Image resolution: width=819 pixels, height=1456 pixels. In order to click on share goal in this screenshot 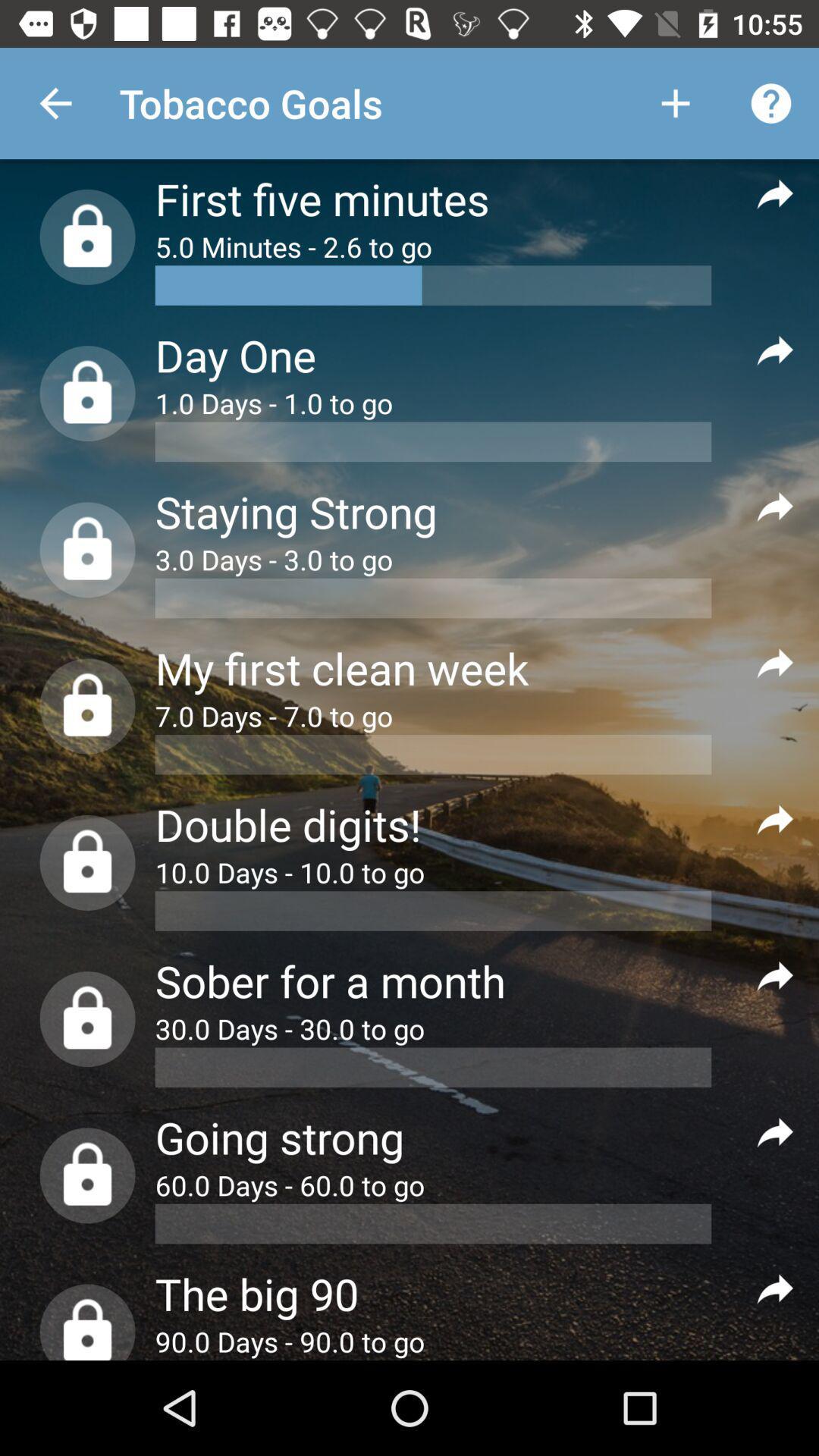, I will do `click(775, 349)`.